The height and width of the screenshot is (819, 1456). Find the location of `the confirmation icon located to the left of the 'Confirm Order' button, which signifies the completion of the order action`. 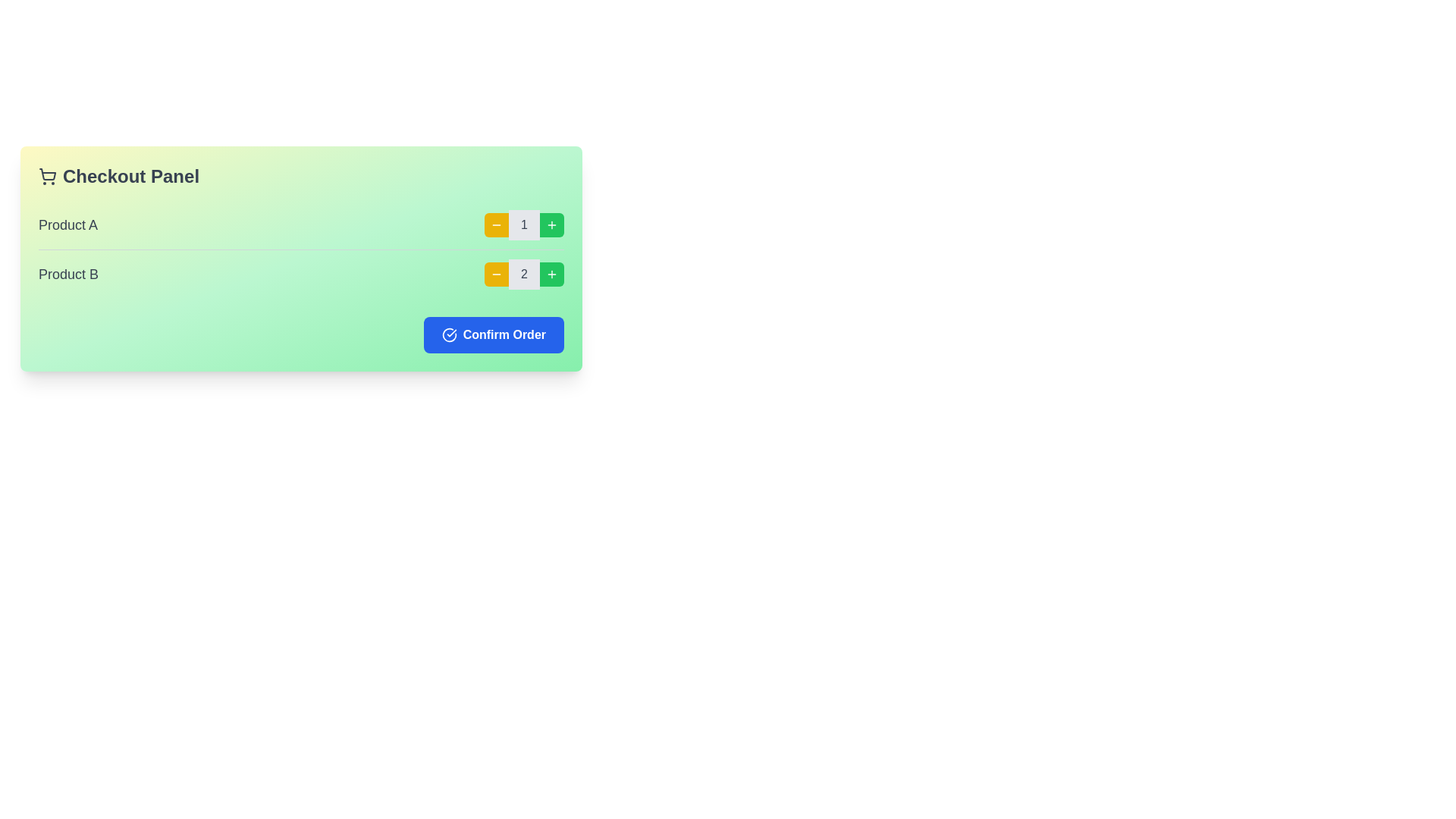

the confirmation icon located to the left of the 'Confirm Order' button, which signifies the completion of the order action is located at coordinates (448, 334).